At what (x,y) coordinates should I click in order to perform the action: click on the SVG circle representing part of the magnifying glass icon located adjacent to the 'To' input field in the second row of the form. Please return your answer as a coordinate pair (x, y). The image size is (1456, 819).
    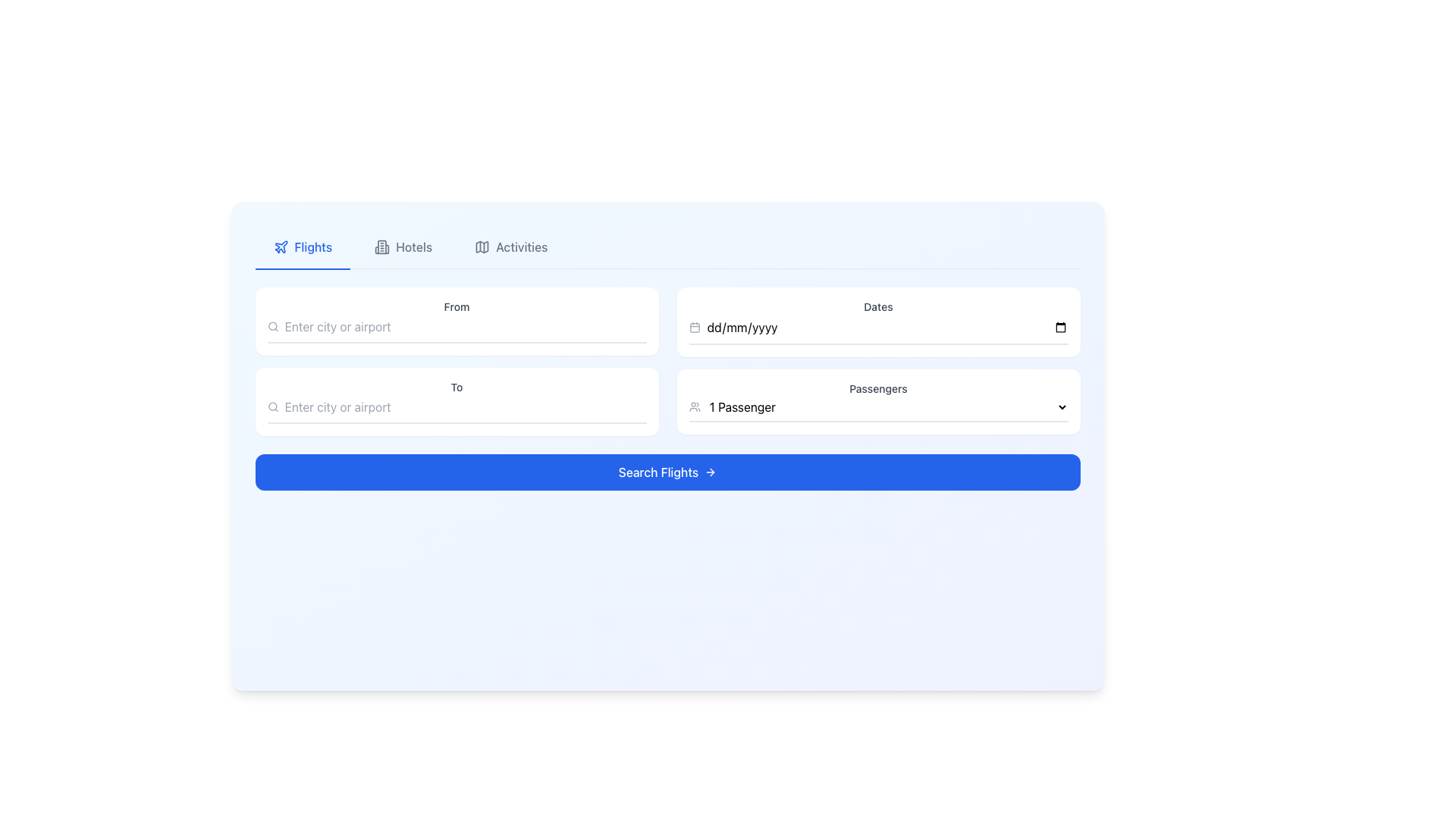
    Looking at the image, I should click on (272, 325).